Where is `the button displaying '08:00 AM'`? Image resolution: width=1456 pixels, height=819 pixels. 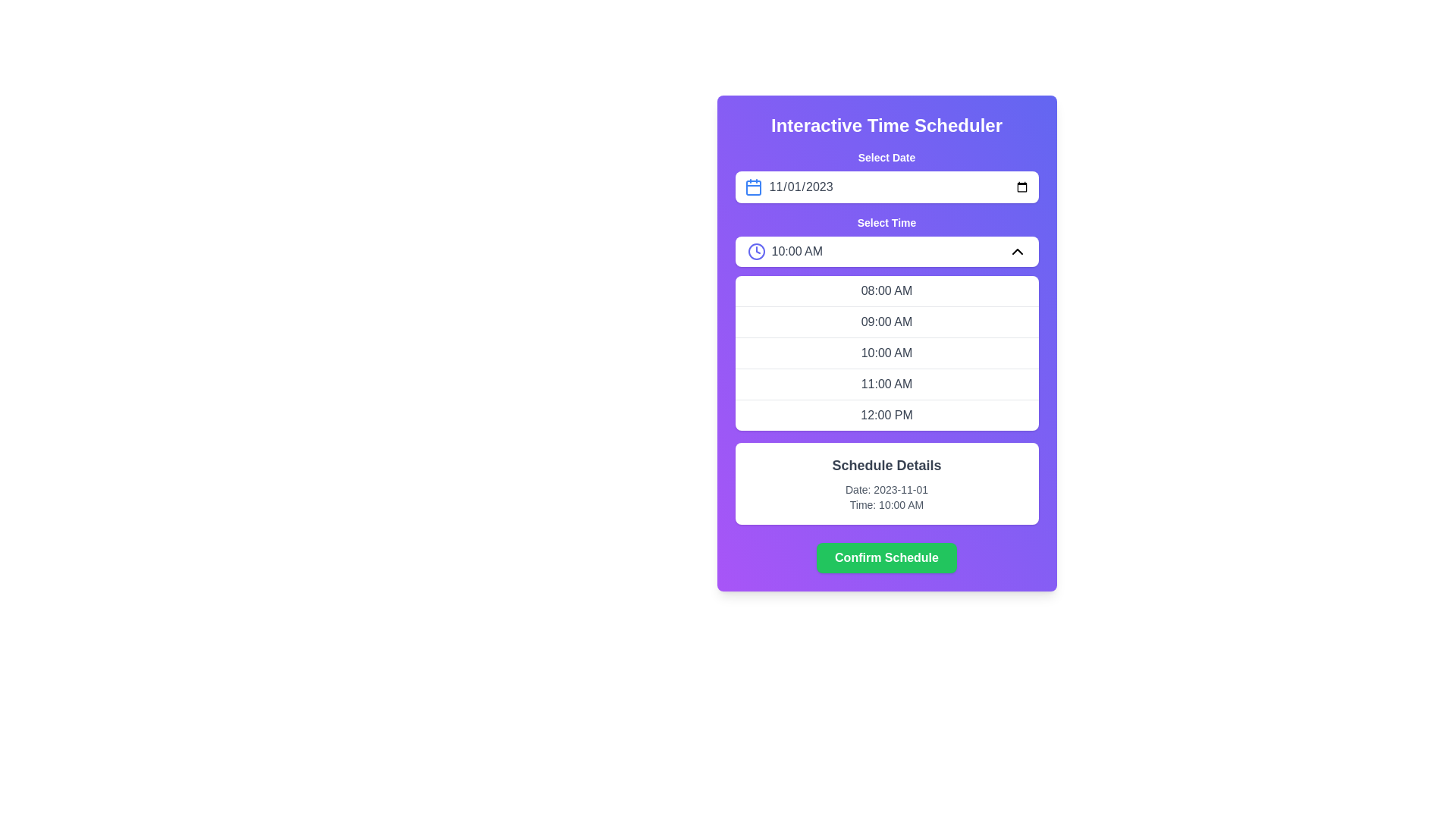 the button displaying '08:00 AM' is located at coordinates (886, 291).